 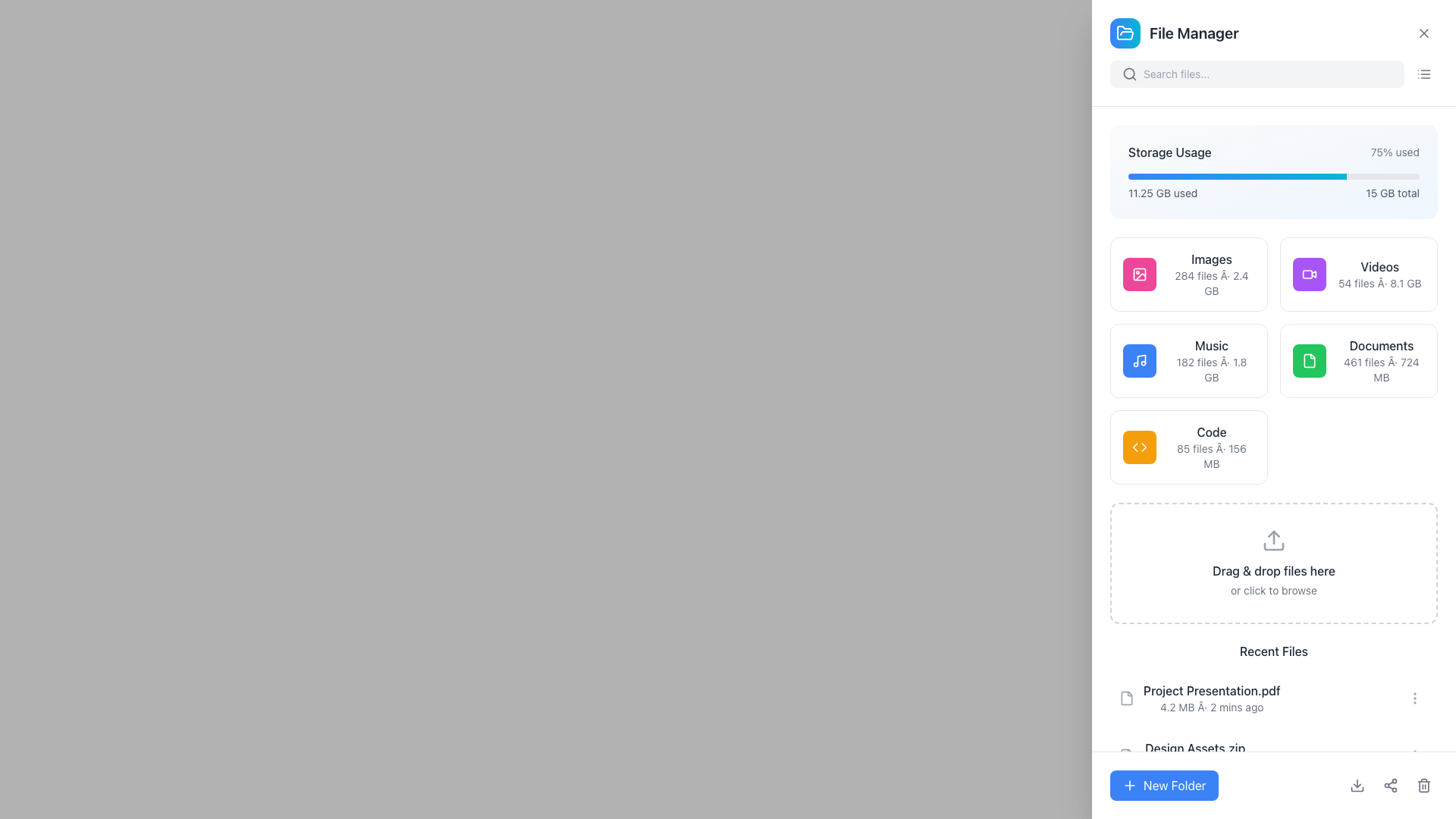 I want to click on the text label 'Project Presentation.pdf' located, so click(x=1211, y=690).